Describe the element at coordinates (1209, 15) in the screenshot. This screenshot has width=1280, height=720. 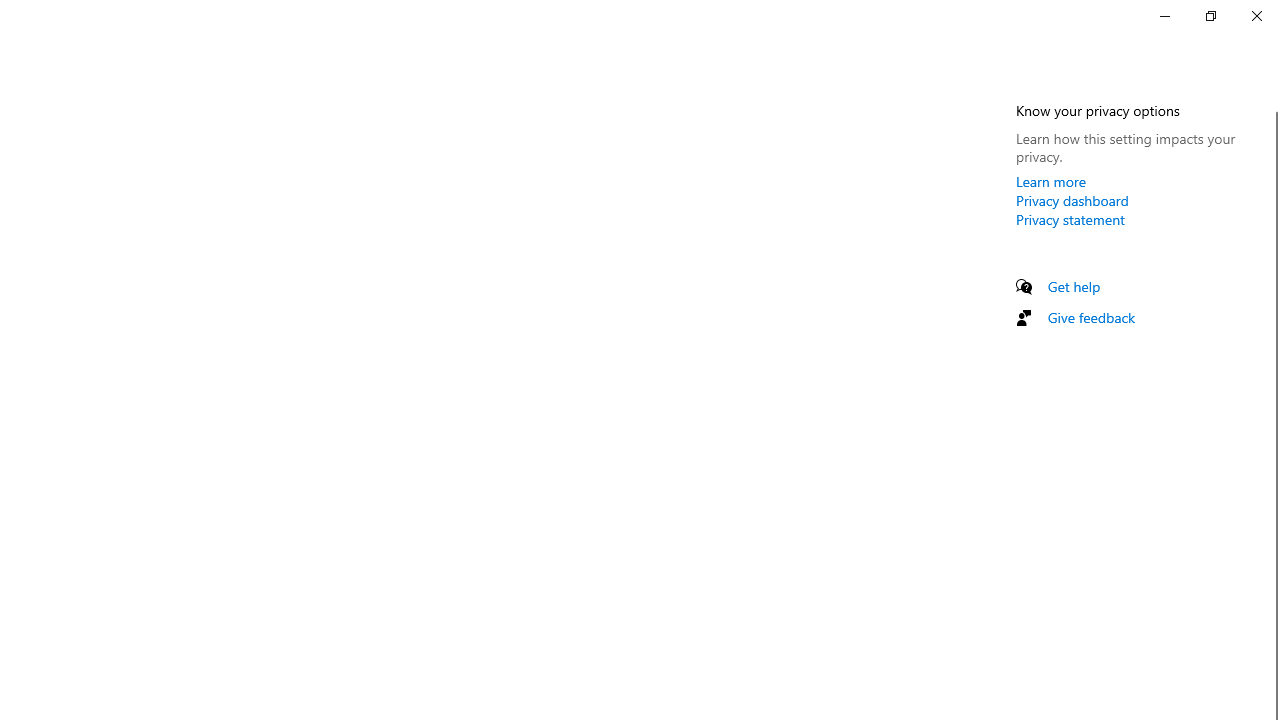
I see `'Restore Settings'` at that location.